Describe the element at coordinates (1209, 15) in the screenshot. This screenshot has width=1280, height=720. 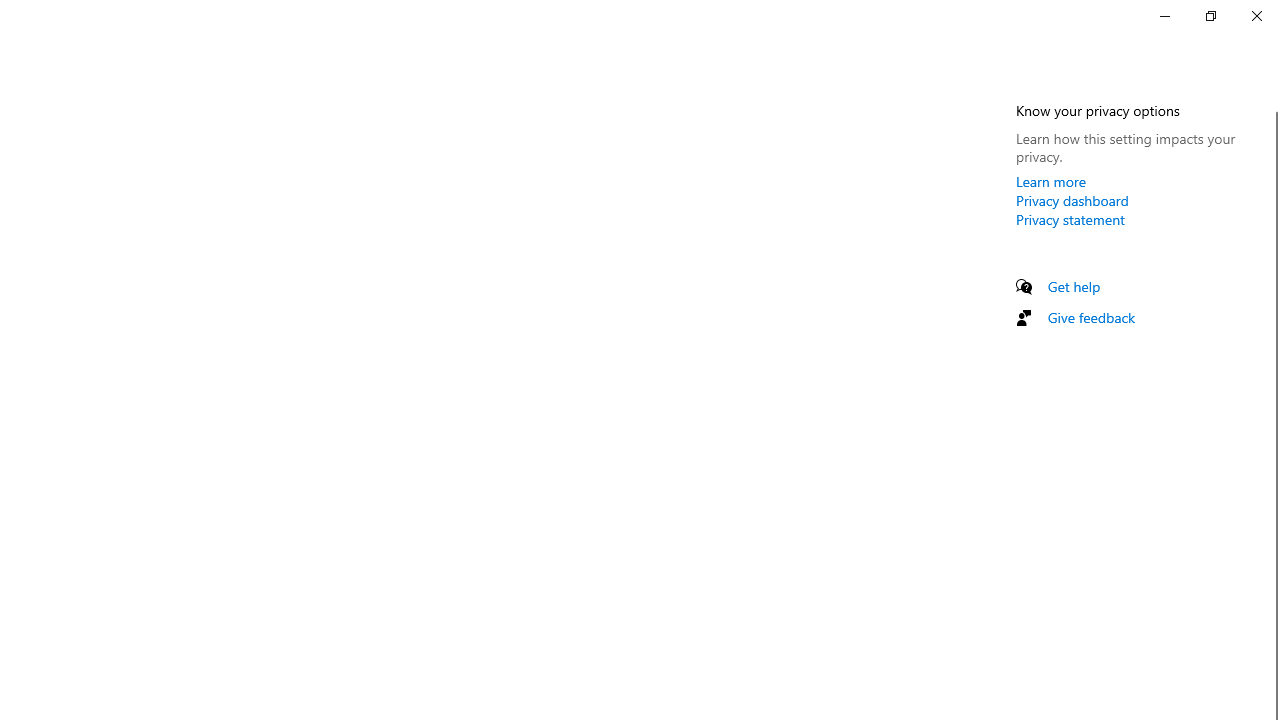
I see `'Restore Settings'` at that location.